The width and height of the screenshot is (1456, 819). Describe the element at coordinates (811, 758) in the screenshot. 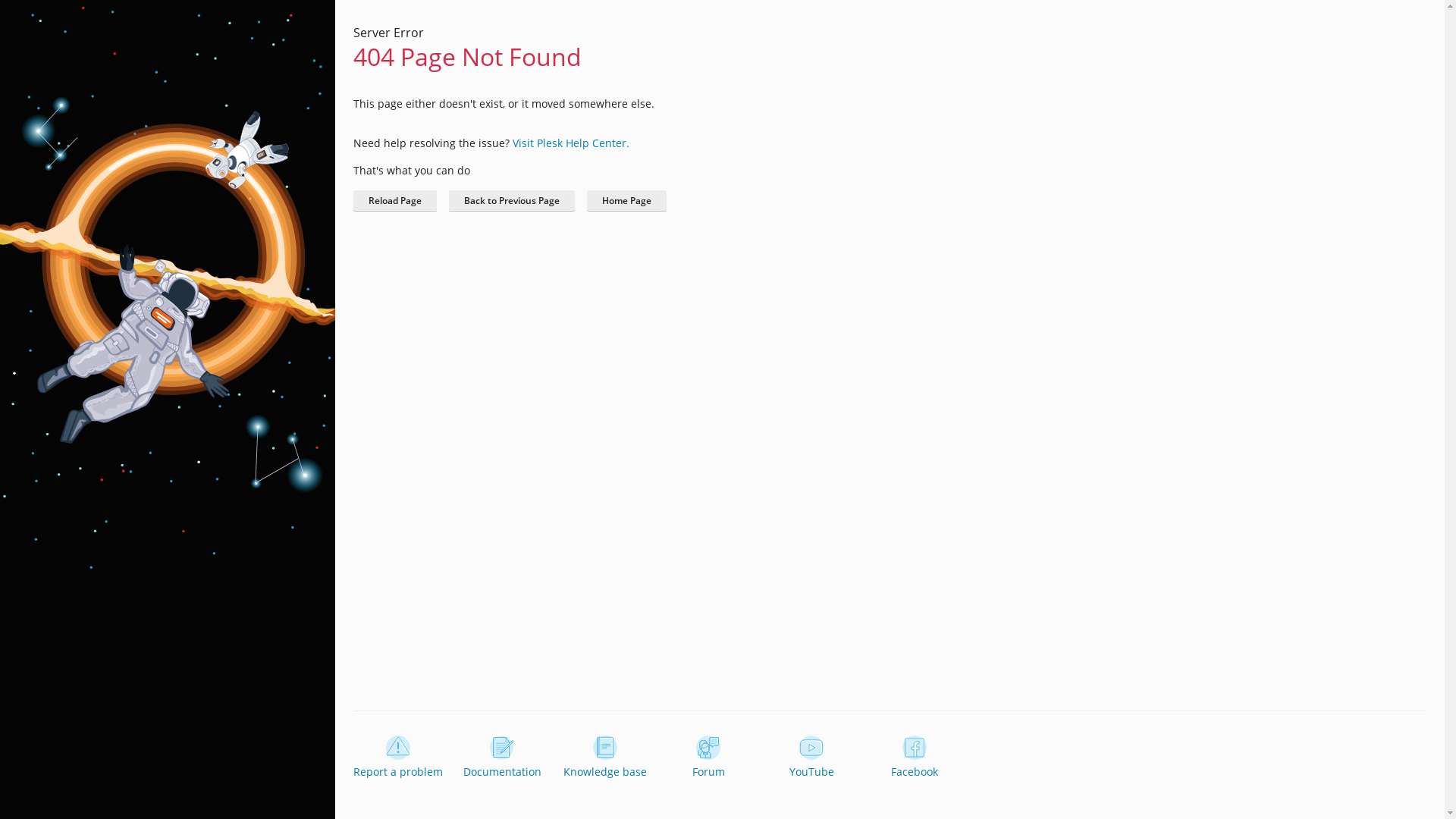

I see `'YouTube'` at that location.